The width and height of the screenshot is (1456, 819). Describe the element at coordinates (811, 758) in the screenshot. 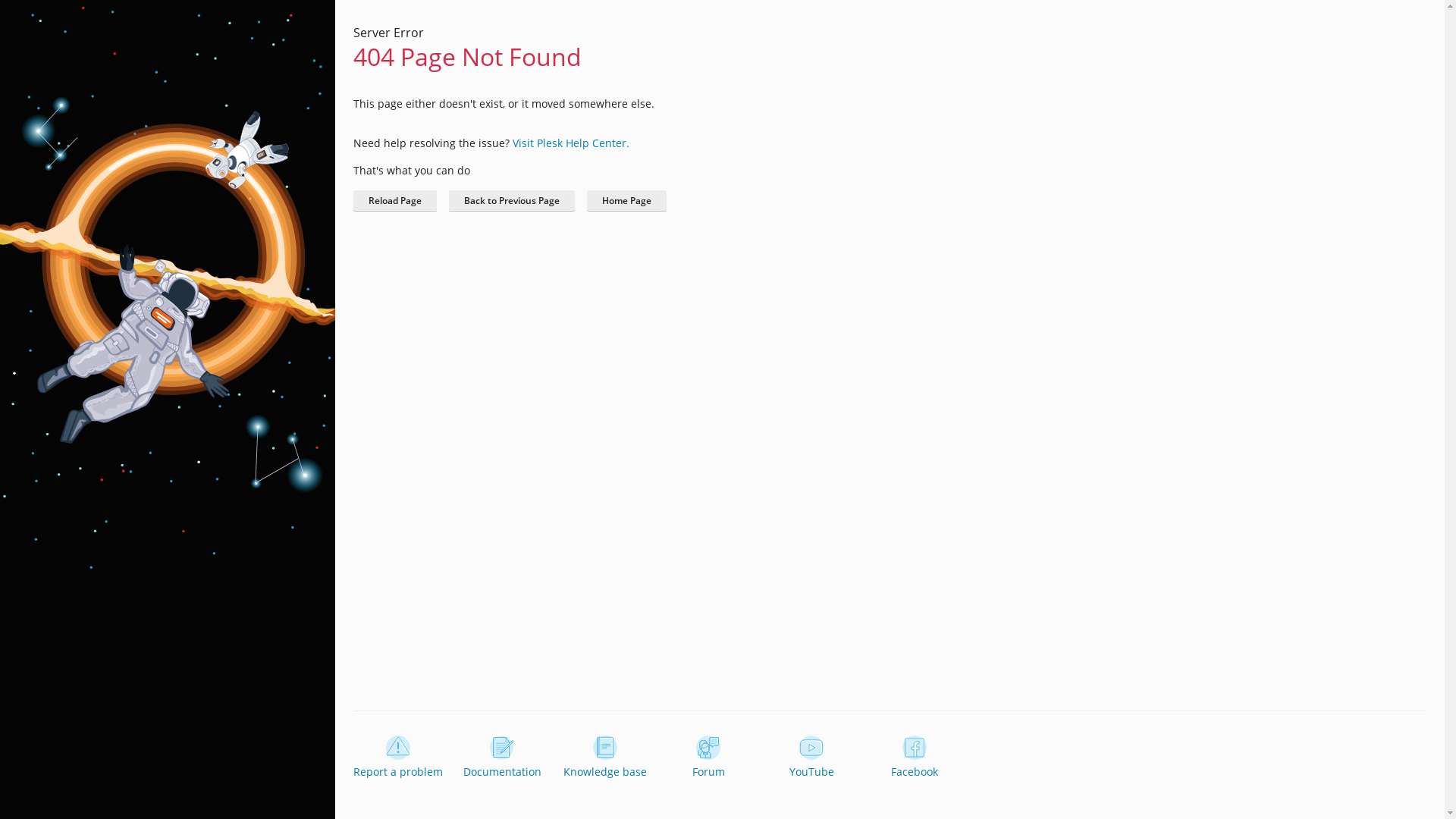

I see `'YouTube'` at that location.